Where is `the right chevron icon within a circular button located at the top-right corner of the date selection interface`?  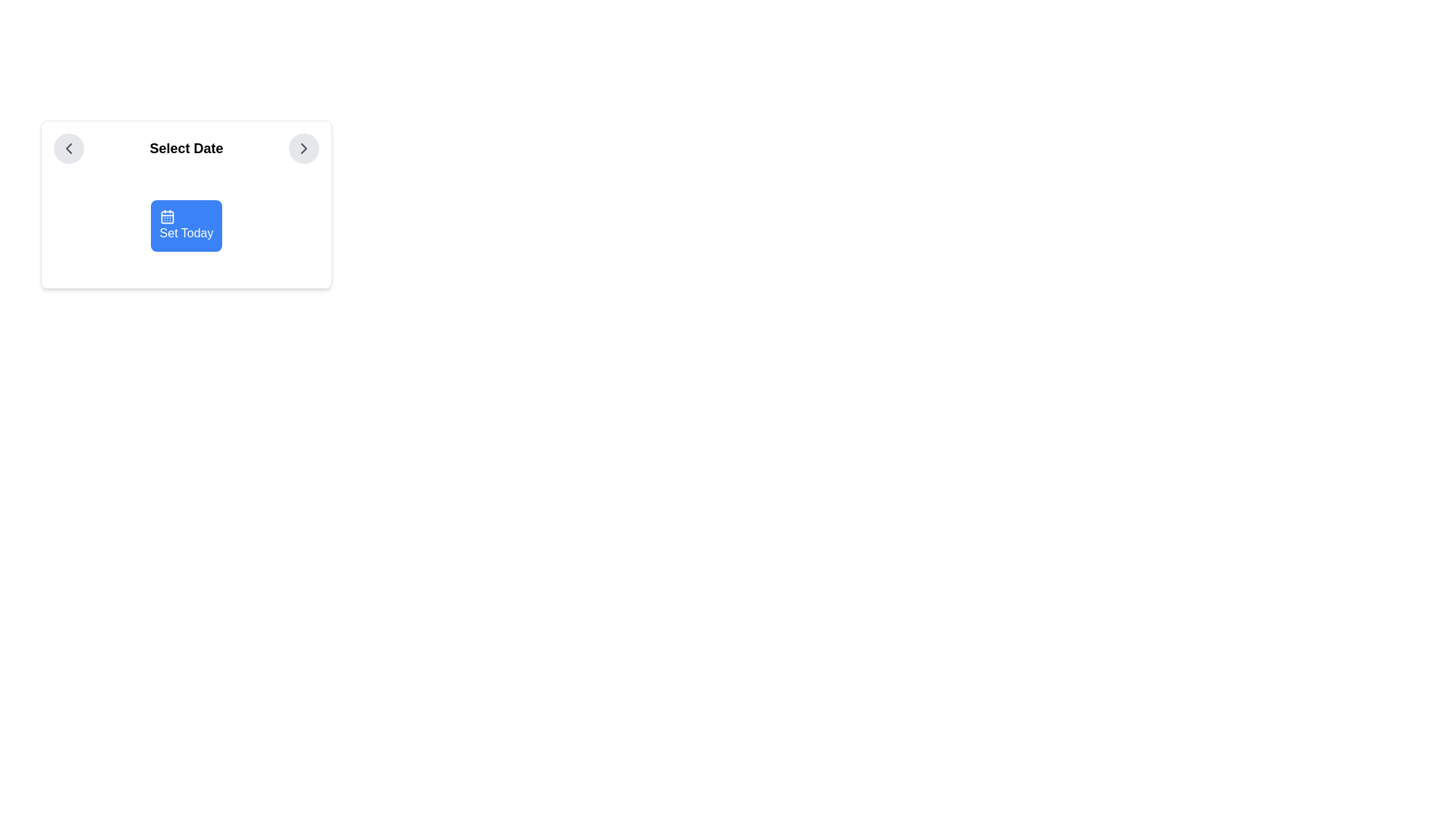 the right chevron icon within a circular button located at the top-right corner of the date selection interface is located at coordinates (303, 149).